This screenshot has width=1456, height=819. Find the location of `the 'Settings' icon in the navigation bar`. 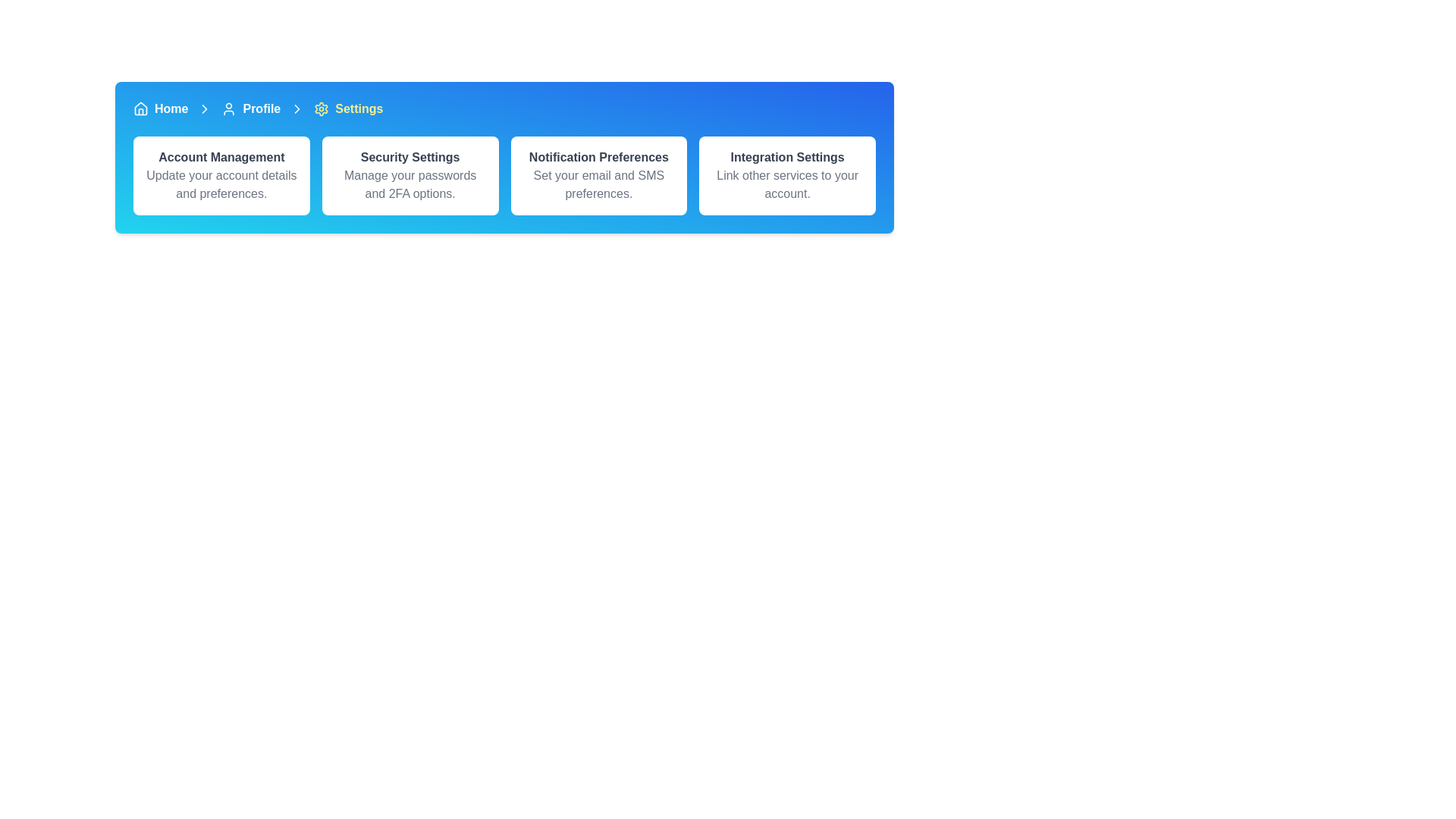

the 'Settings' icon in the navigation bar is located at coordinates (321, 108).